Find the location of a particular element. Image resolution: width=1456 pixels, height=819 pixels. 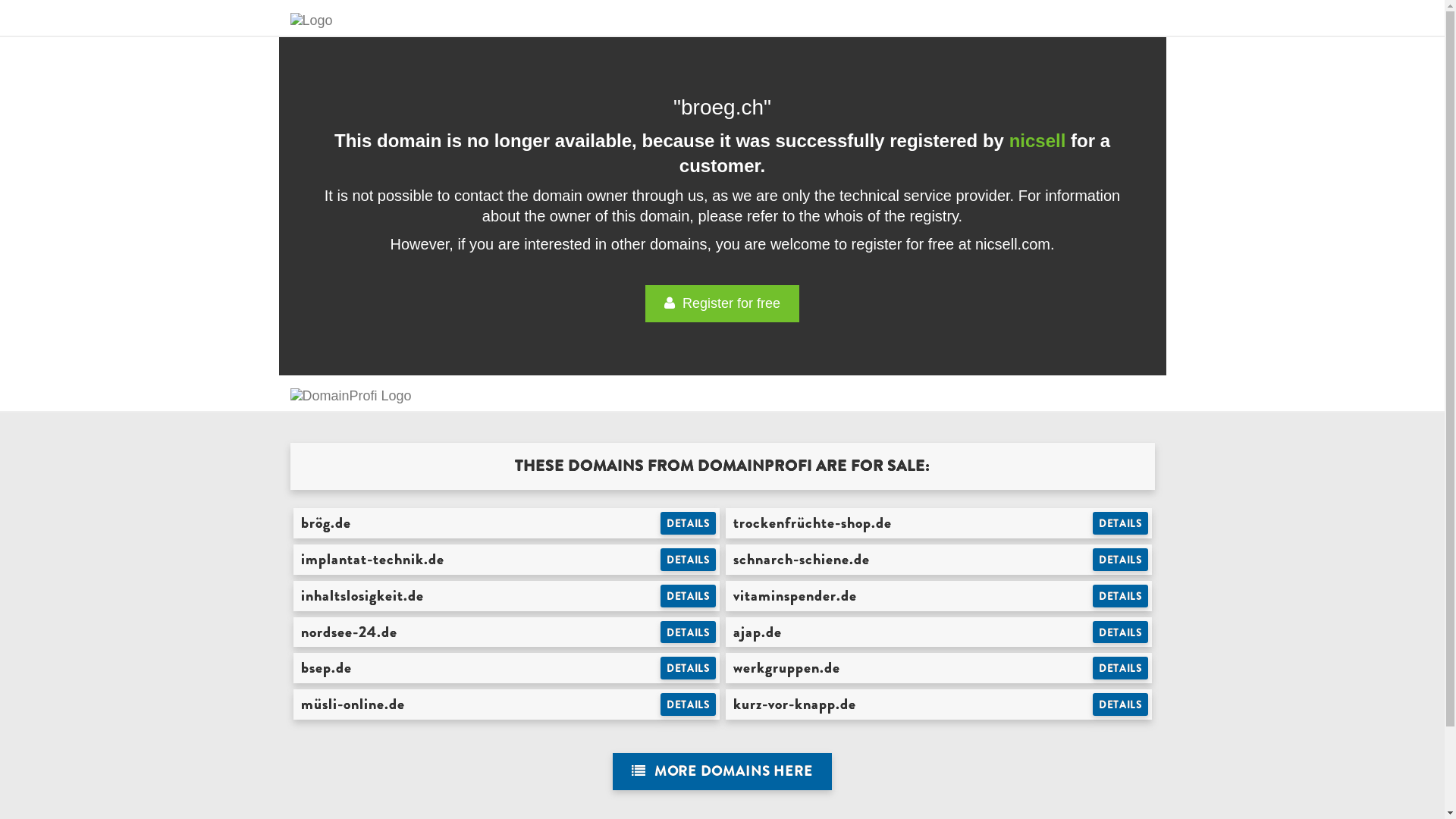

'DETAILS' is located at coordinates (660, 559).